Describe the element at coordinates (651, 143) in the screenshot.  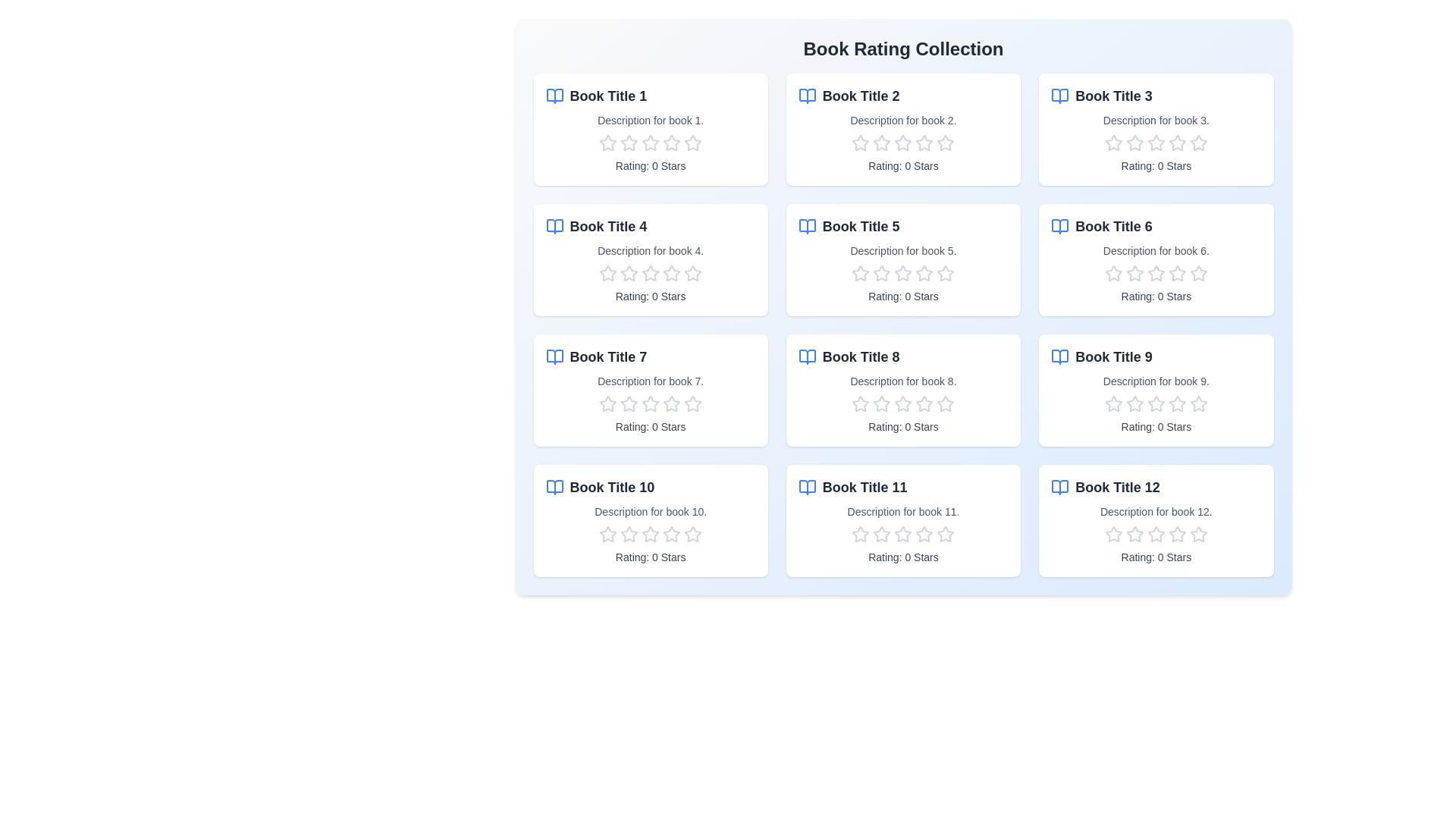
I see `the rating of a book to 3 stars by clicking on the corresponding star in the book's rating section` at that location.